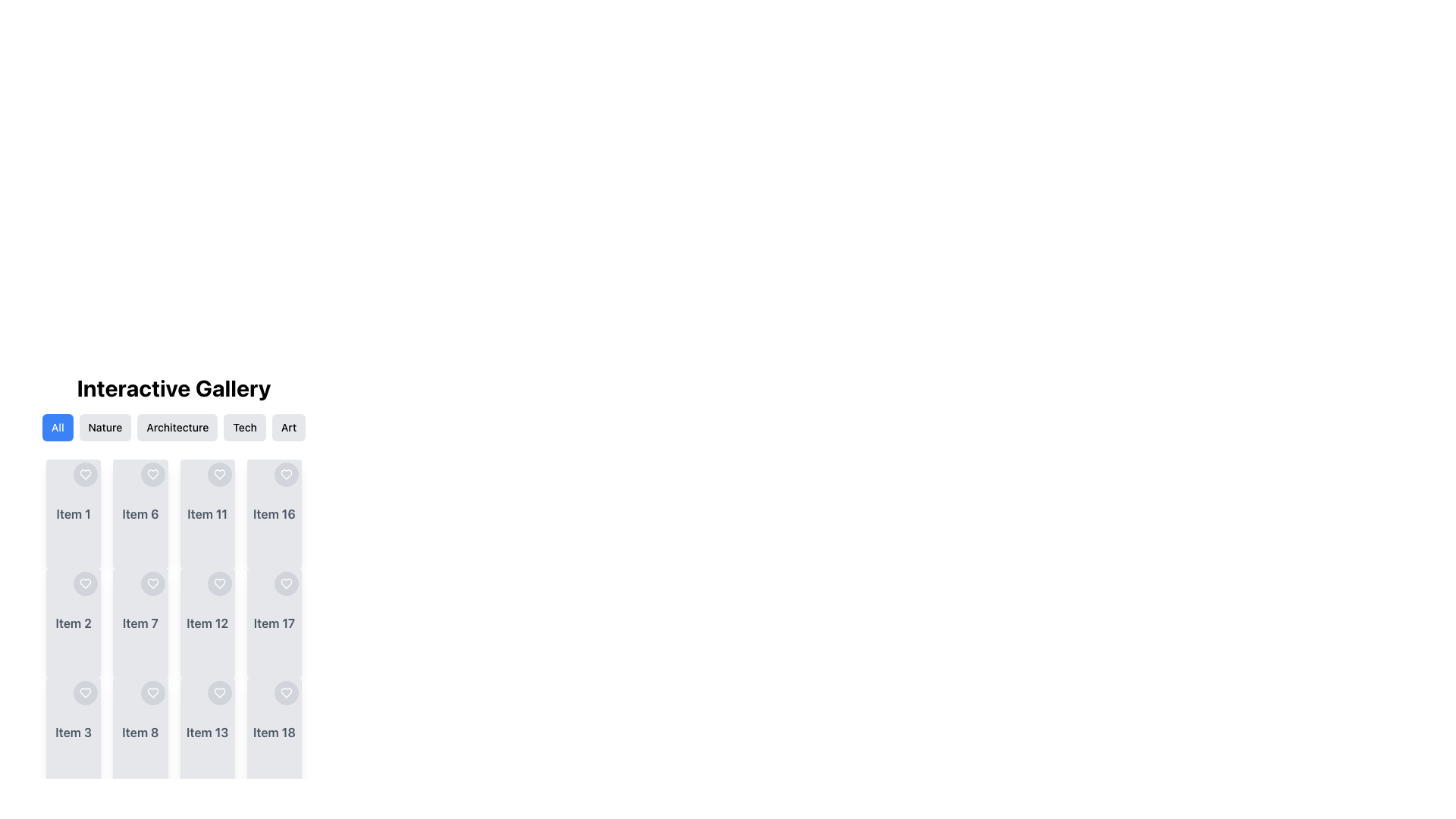  I want to click on the heart-shaped icon located, so click(152, 473).